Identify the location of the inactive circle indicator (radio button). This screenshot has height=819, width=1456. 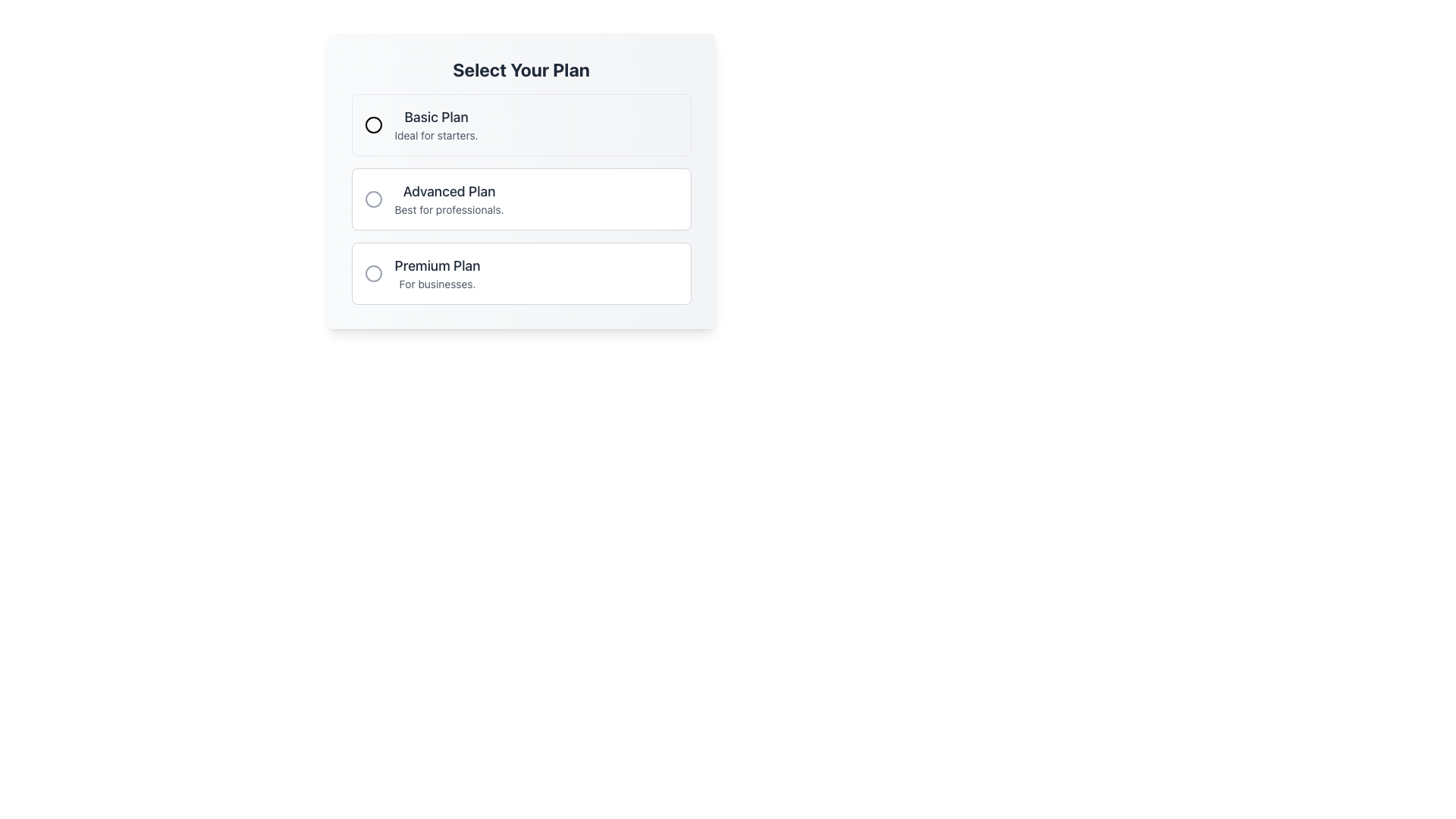
(373, 274).